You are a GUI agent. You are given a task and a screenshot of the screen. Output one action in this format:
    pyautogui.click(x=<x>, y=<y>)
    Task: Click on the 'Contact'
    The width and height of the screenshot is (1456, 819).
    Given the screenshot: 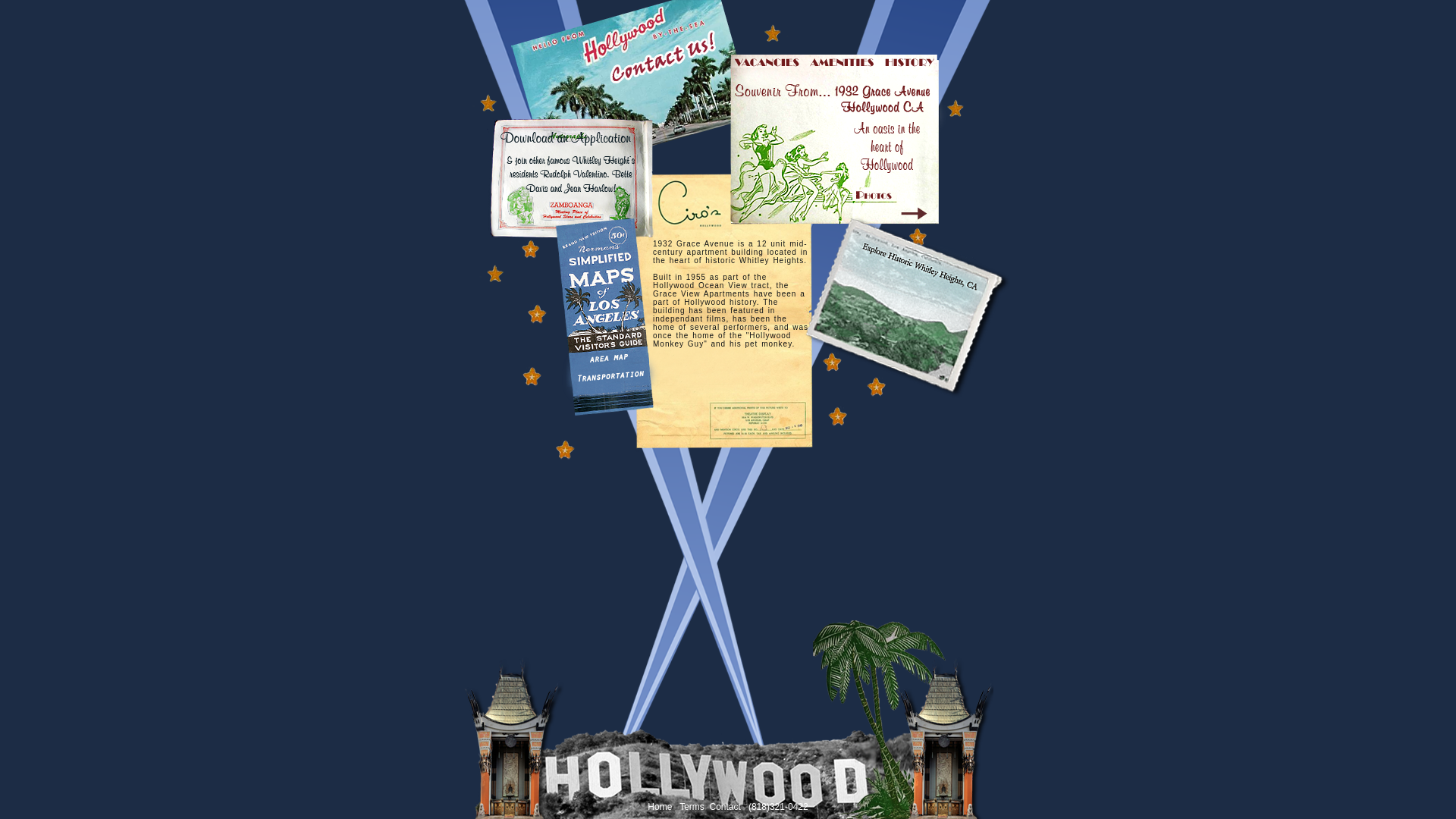 What is the action you would take?
    pyautogui.click(x=709, y=806)
    